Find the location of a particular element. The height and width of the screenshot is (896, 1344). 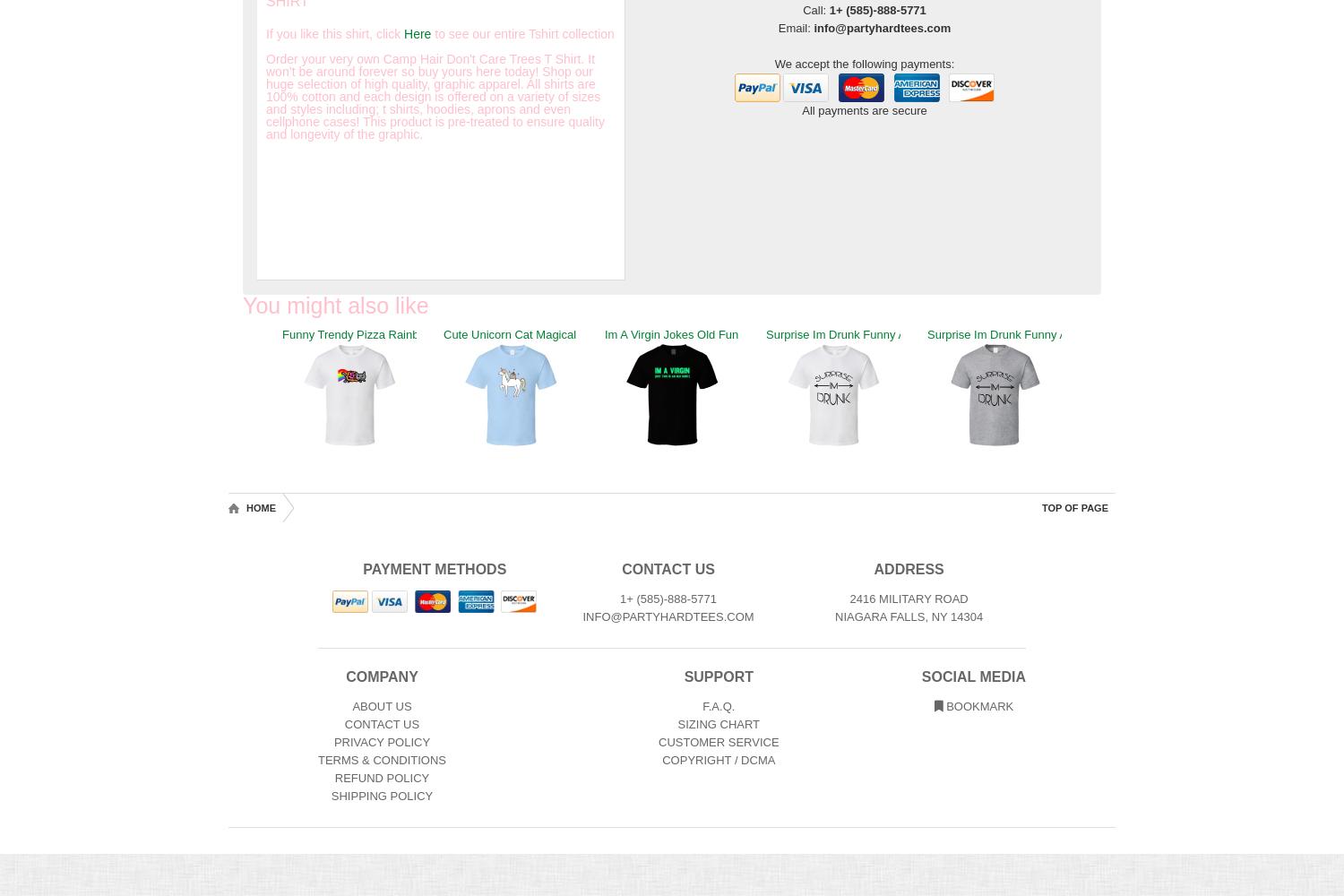

'Email:' is located at coordinates (796, 28).